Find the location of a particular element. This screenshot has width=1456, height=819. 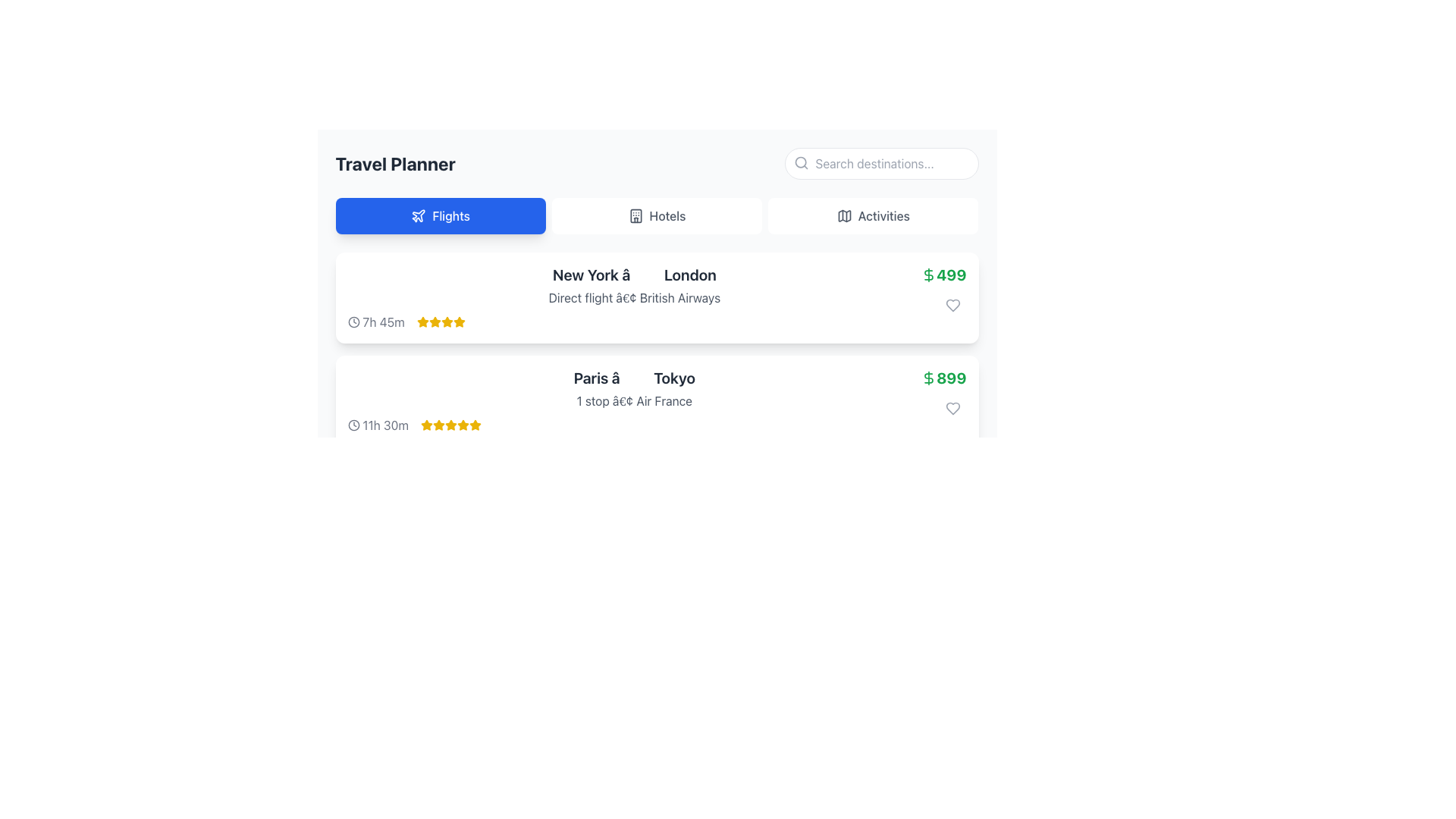

the price text element that displays the cost information for the travel option from New York to London, located above the heart-shaped interactive element is located at coordinates (943, 275).